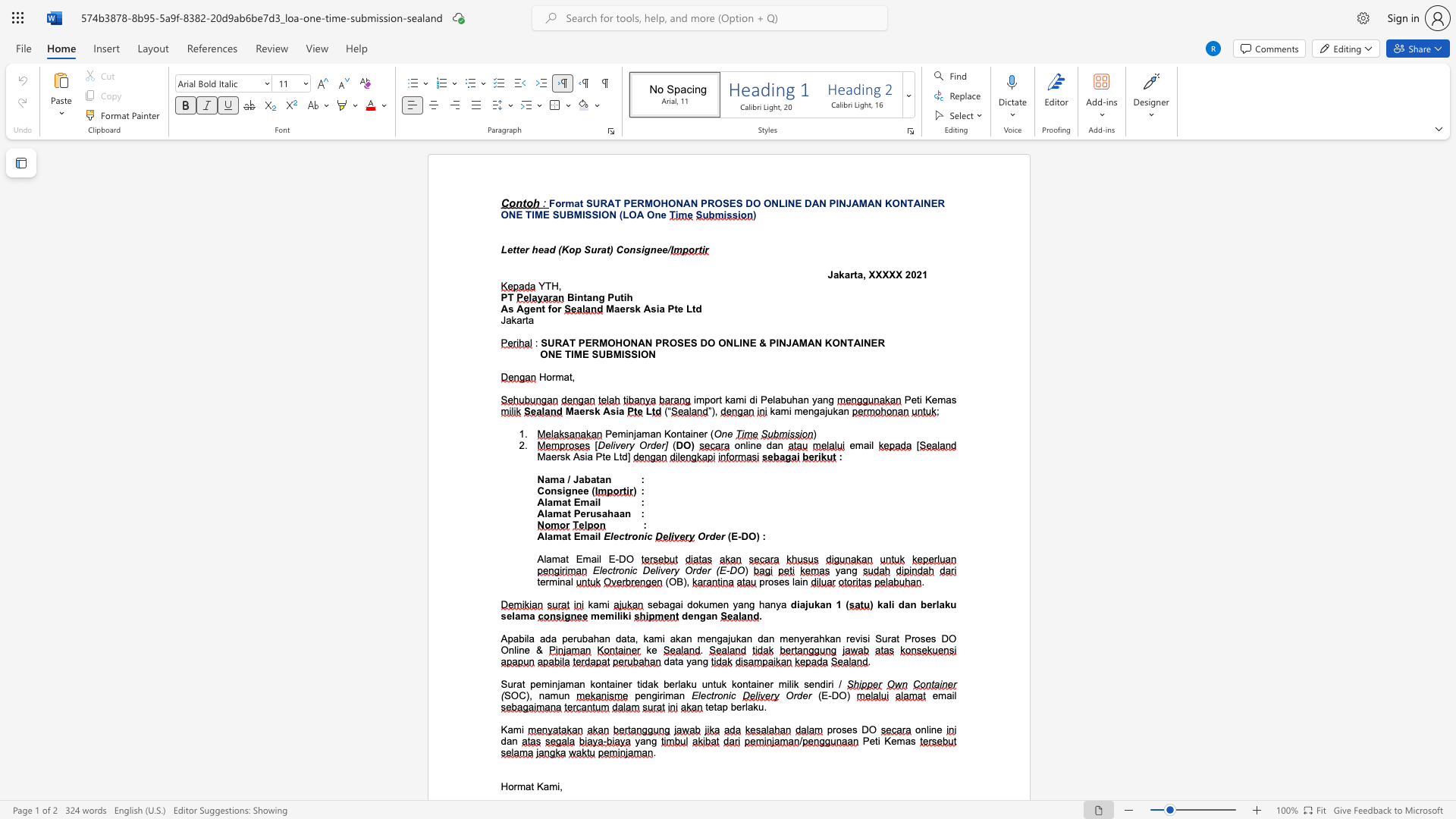 The image size is (1456, 819). Describe the element at coordinates (508, 215) in the screenshot. I see `the subset text "NE T" within the text "ONE TIME SUBMISSION"` at that location.